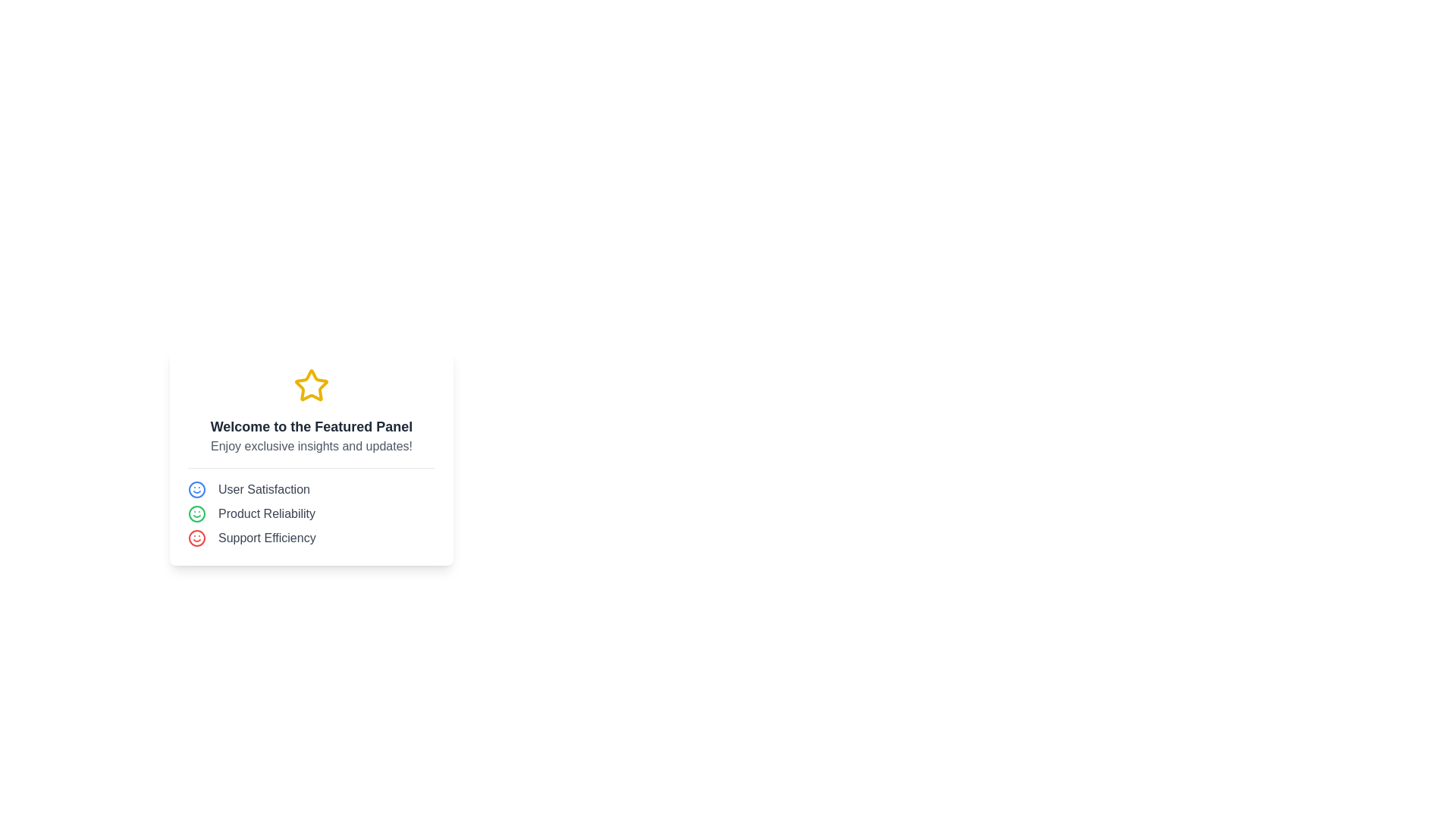 The height and width of the screenshot is (819, 1456). I want to click on the star icon located at the top-center of the card-like panel labeled 'Welcome to the Featured Panel', so click(311, 384).